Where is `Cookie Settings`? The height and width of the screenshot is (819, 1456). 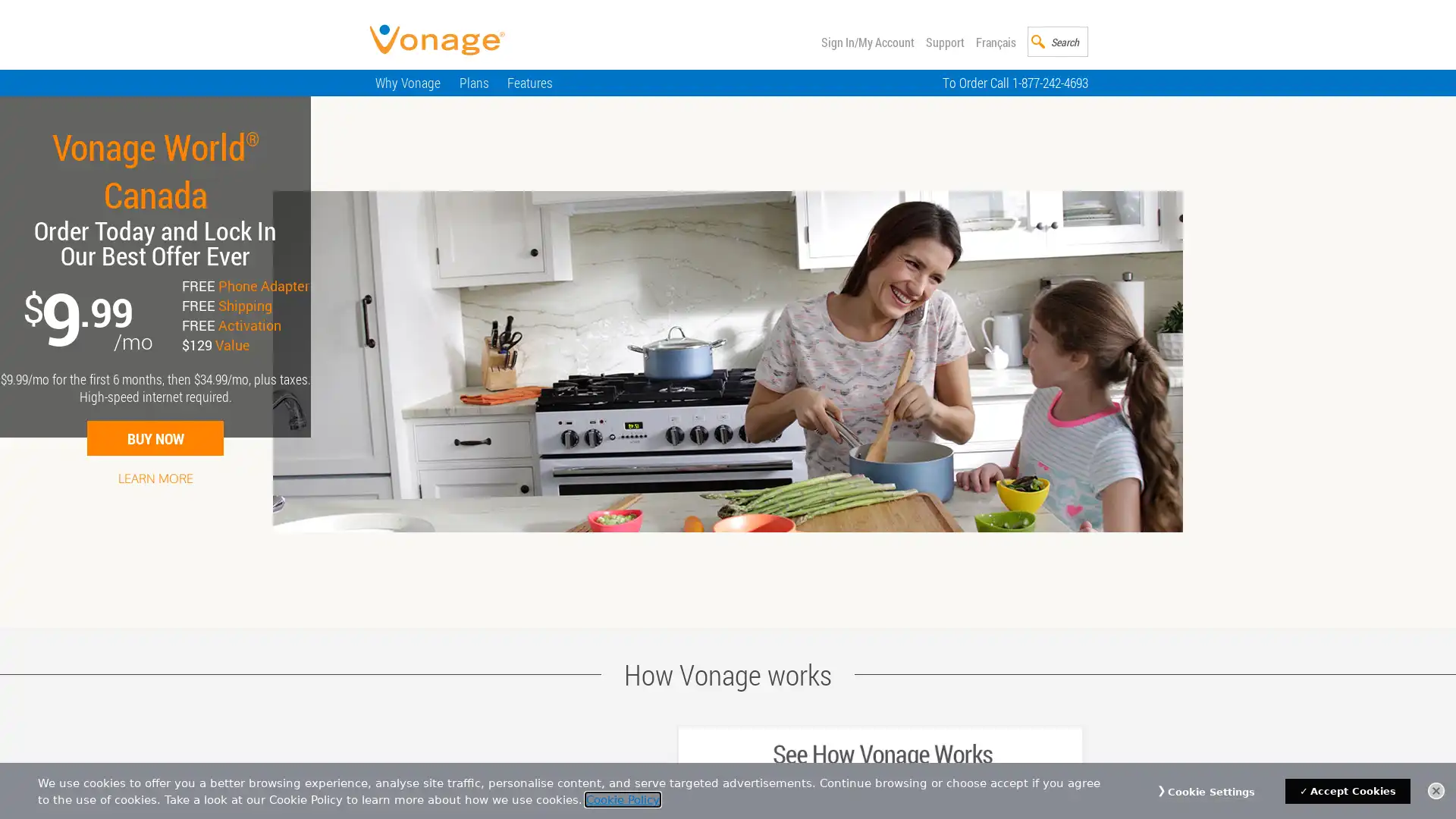
Cookie Settings is located at coordinates (1210, 792).